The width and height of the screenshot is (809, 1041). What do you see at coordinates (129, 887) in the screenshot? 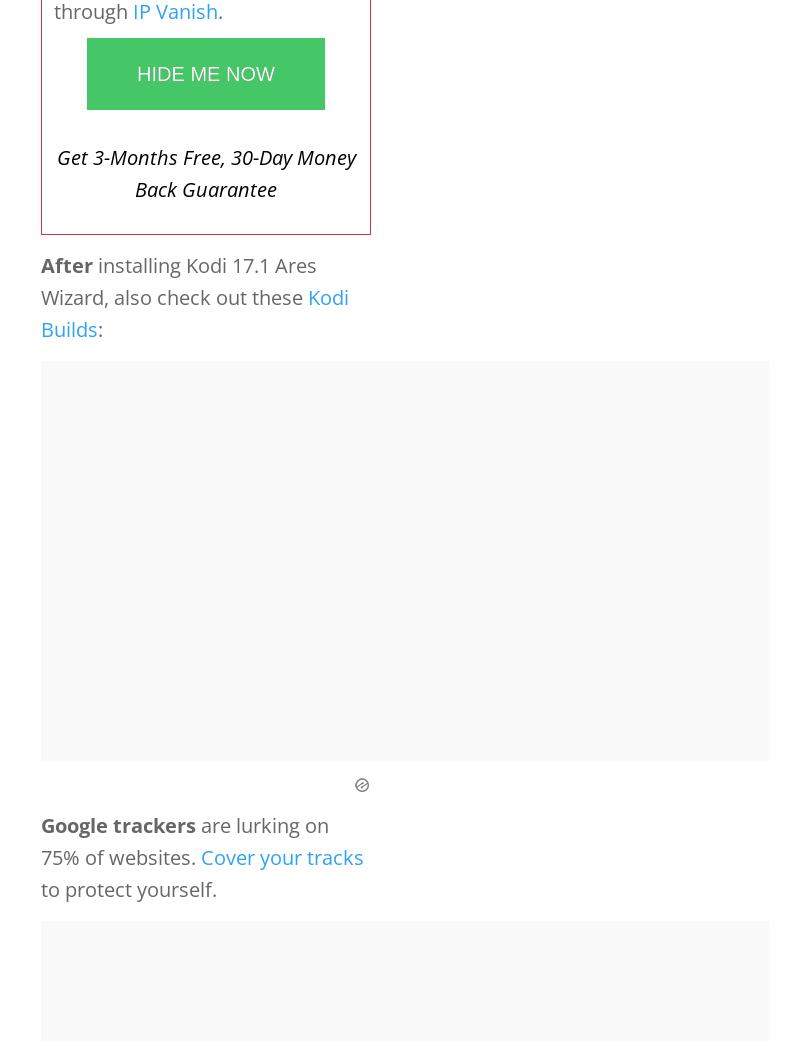
I see `'to protect yourself.'` at bounding box center [129, 887].